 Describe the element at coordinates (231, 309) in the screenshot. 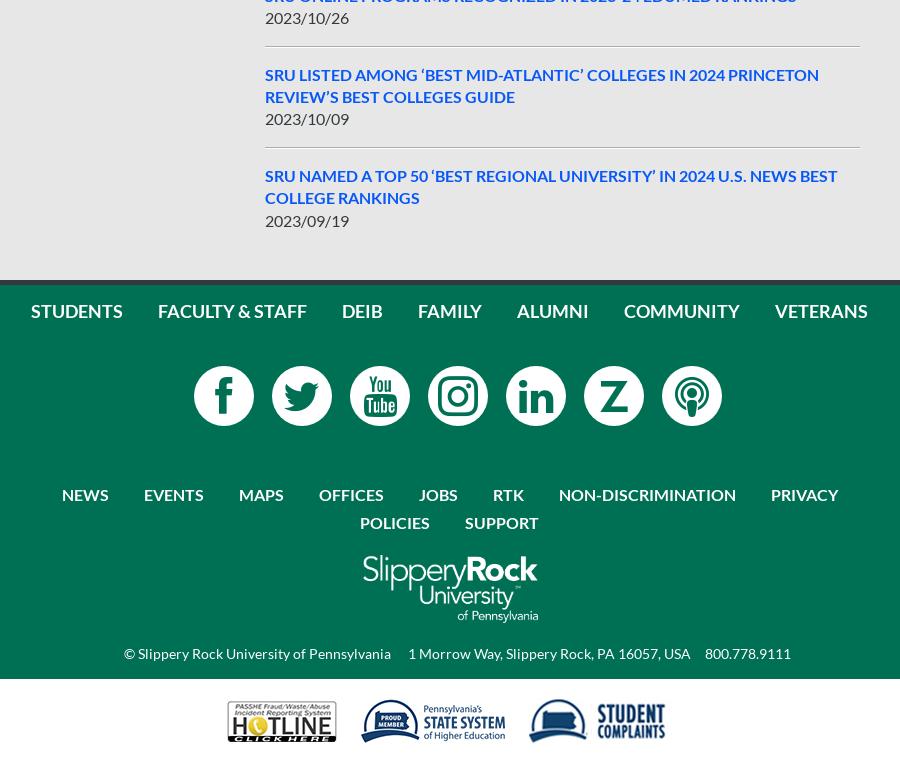

I see `'Faculty & Staff'` at that location.